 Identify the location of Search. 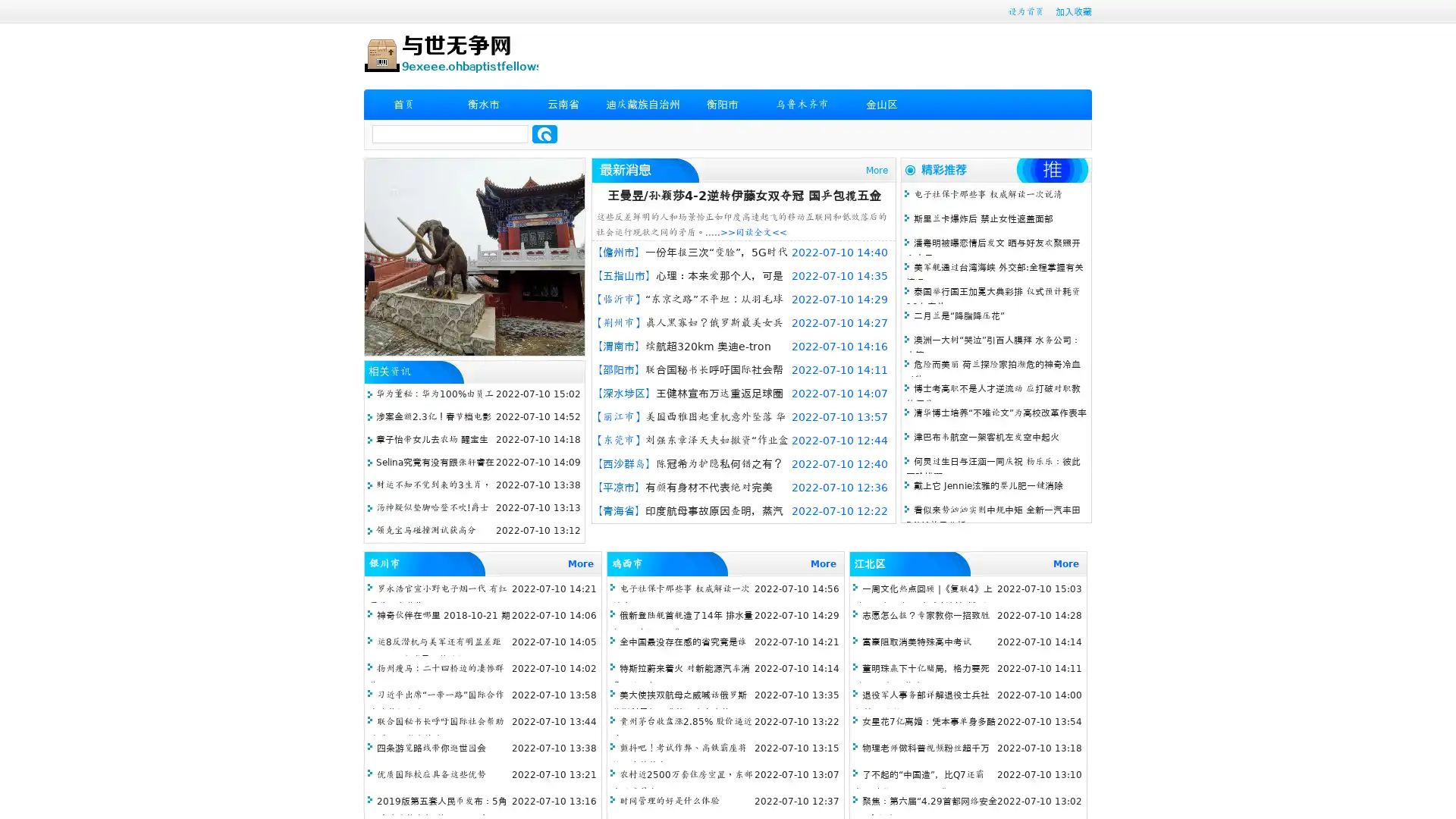
(544, 133).